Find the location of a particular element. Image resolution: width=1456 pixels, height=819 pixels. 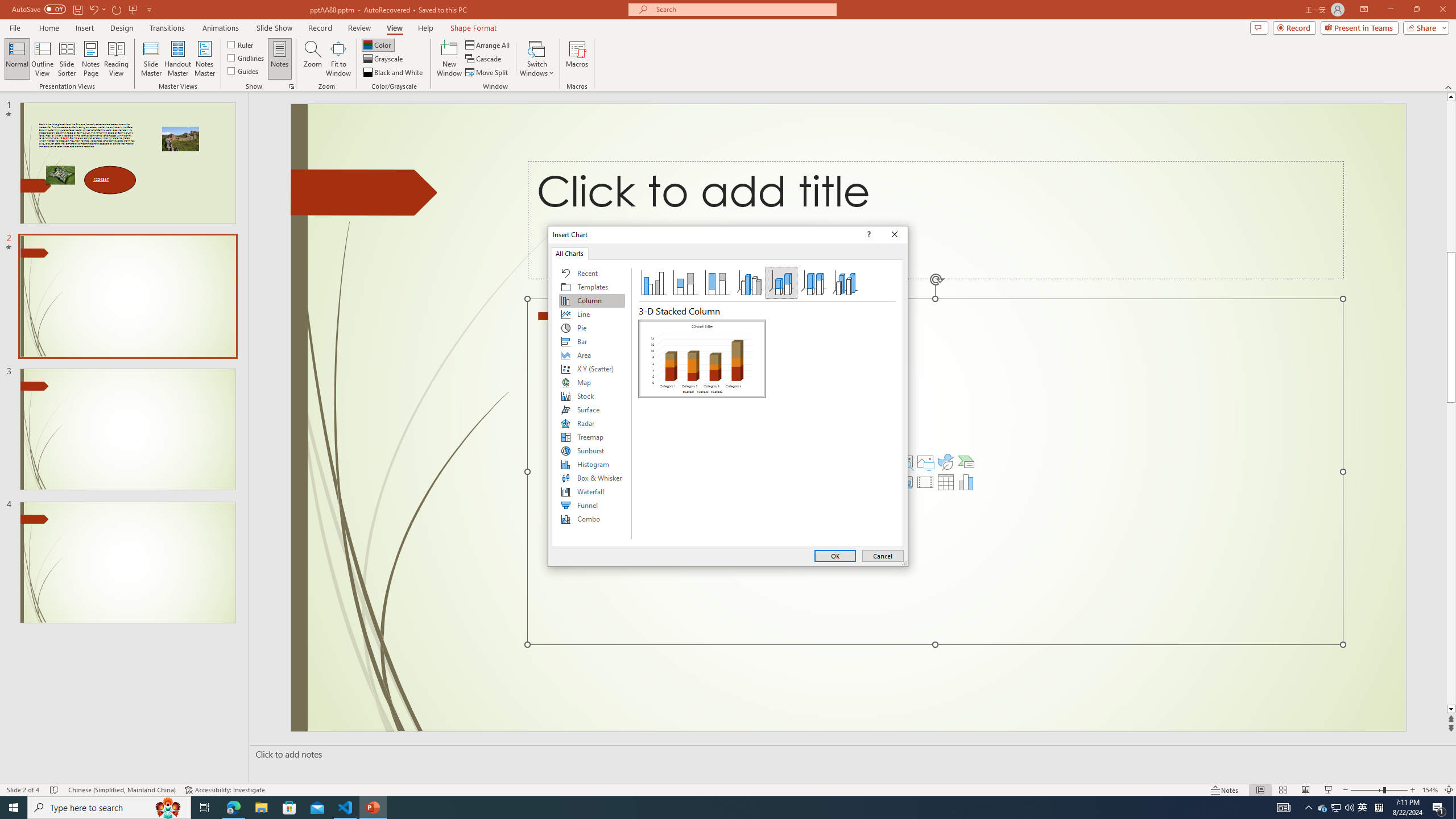

'Handout Master' is located at coordinates (177, 59).